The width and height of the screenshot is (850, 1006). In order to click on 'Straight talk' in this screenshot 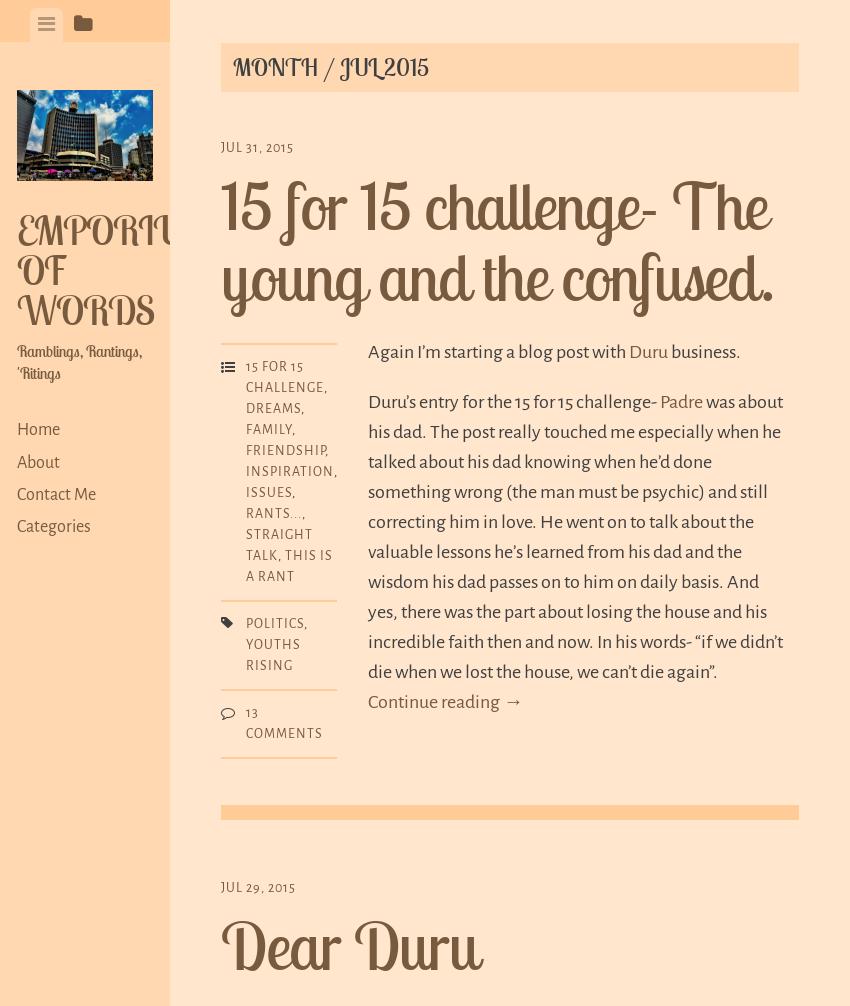, I will do `click(245, 544)`.